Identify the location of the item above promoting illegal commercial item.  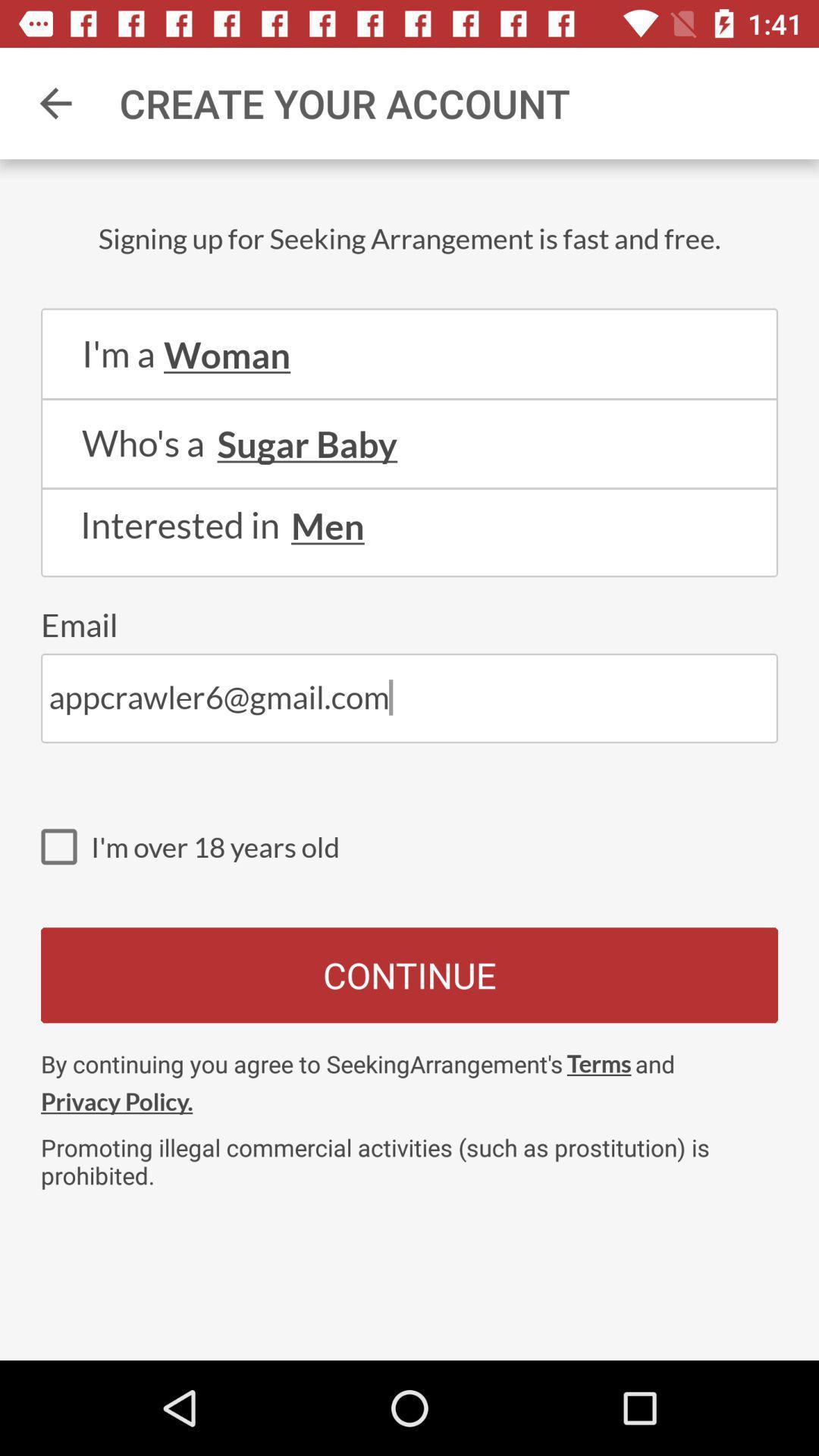
(598, 1062).